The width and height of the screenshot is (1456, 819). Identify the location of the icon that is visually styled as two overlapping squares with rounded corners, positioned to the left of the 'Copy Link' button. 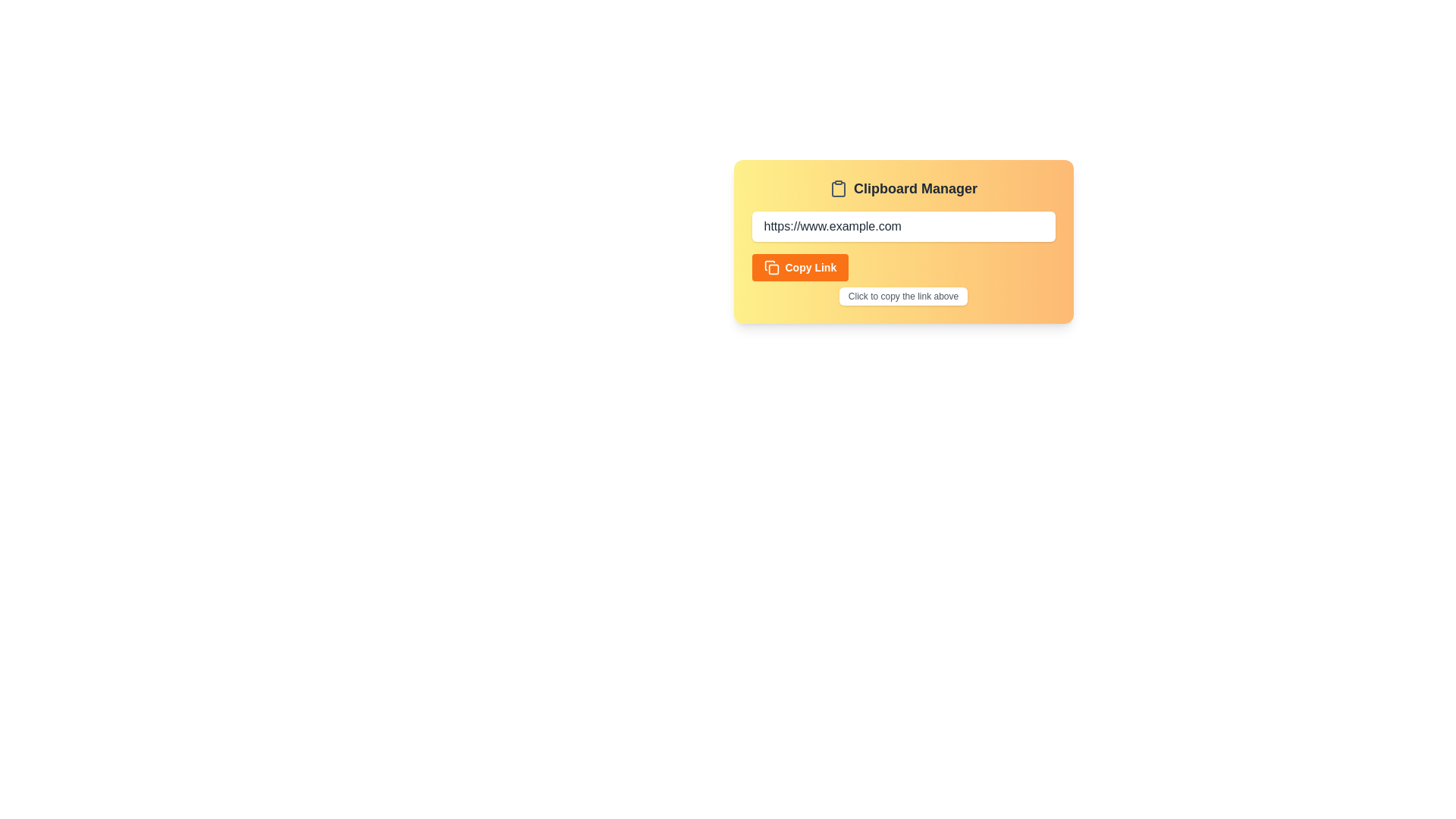
(771, 267).